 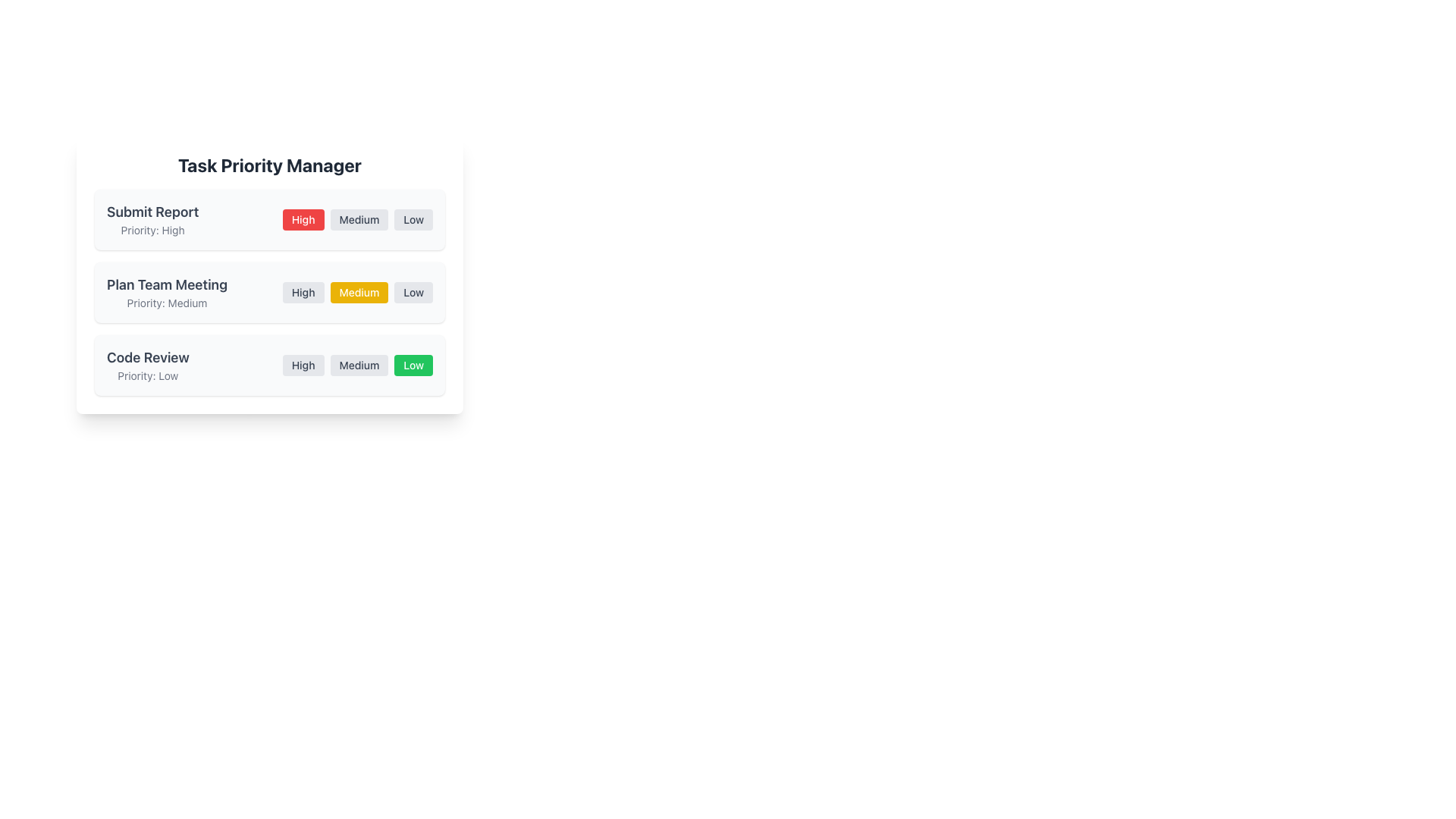 What do you see at coordinates (152, 212) in the screenshot?
I see `the 'Submit Report' text label, which identifies the task at the top-left corner of the first task card in the vertical list of task panels` at bounding box center [152, 212].